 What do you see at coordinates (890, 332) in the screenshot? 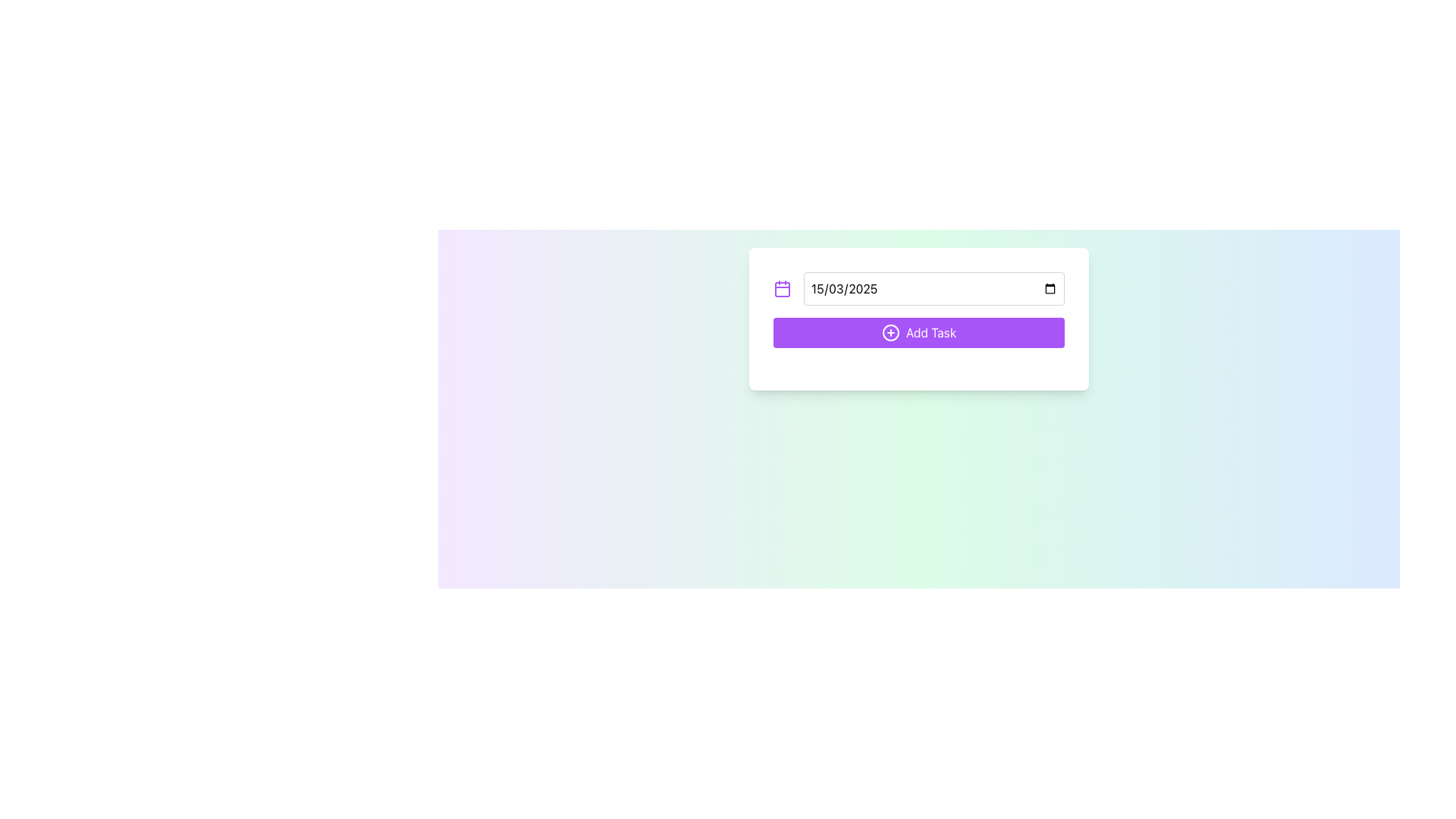
I see `the central circular stroke of the SVG icon located inside the 'Add Task' button` at bounding box center [890, 332].